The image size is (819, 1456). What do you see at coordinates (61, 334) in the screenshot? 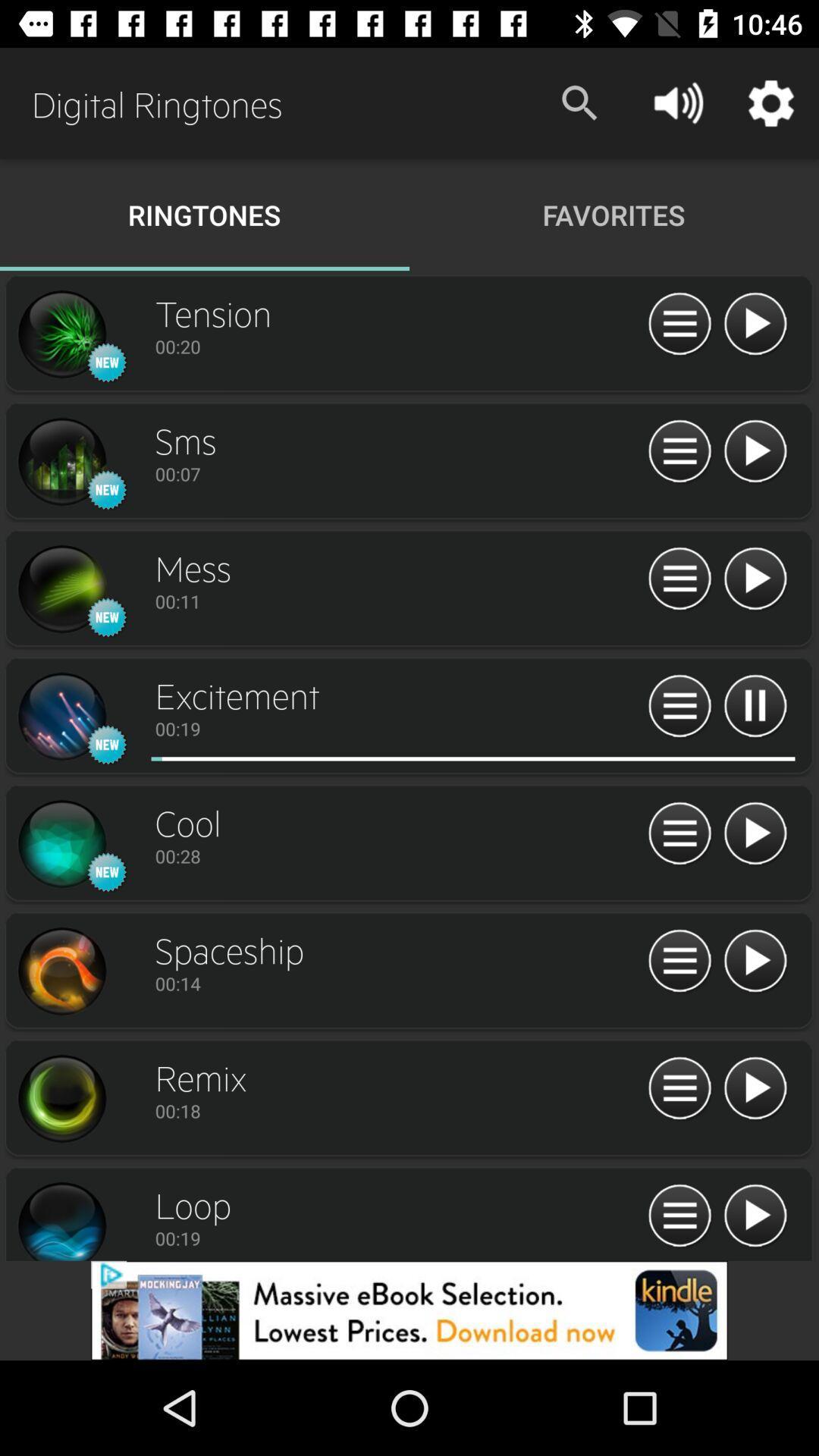
I see `image button` at bounding box center [61, 334].